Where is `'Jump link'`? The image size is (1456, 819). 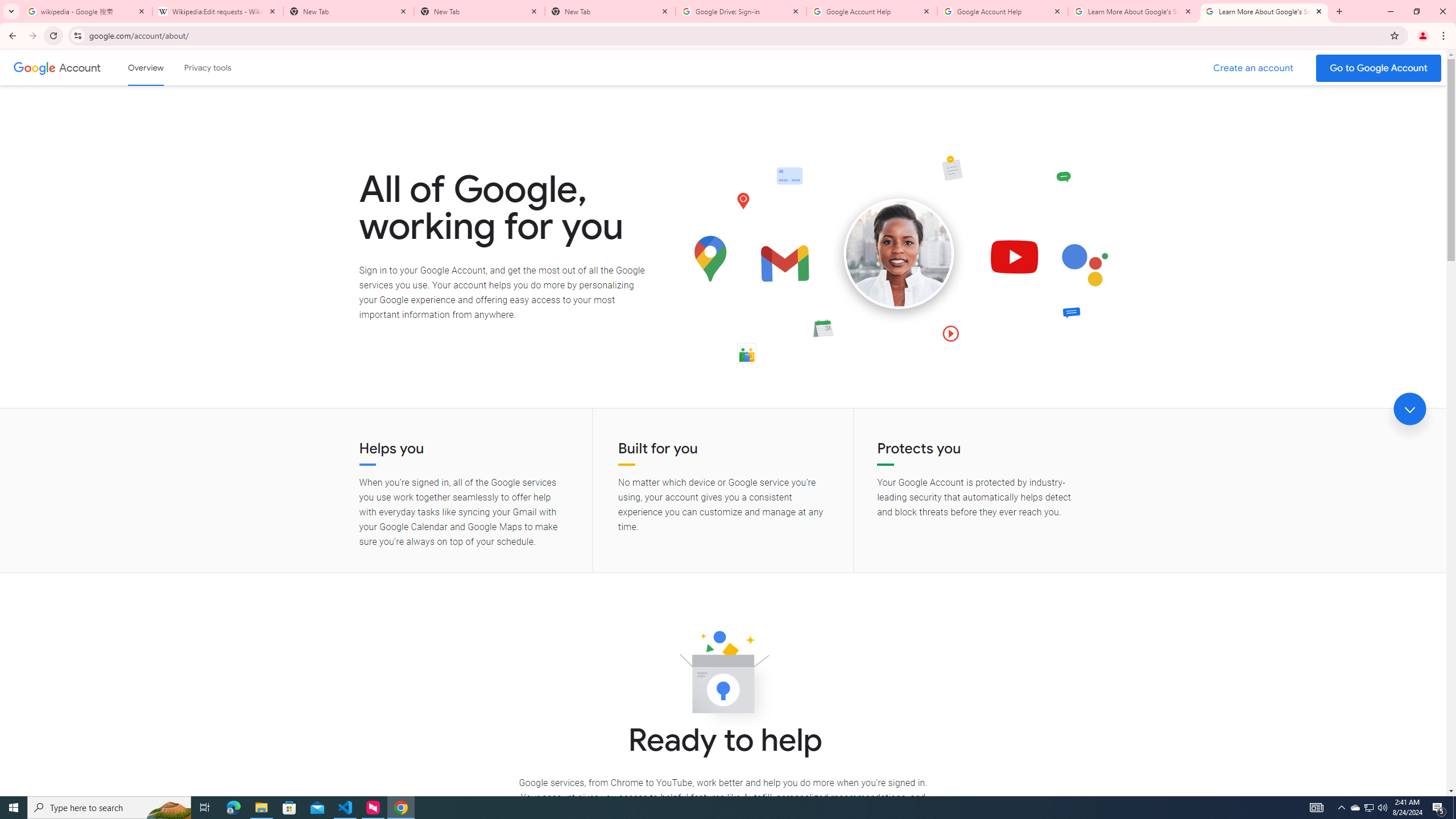
'Jump link' is located at coordinates (1409, 409).